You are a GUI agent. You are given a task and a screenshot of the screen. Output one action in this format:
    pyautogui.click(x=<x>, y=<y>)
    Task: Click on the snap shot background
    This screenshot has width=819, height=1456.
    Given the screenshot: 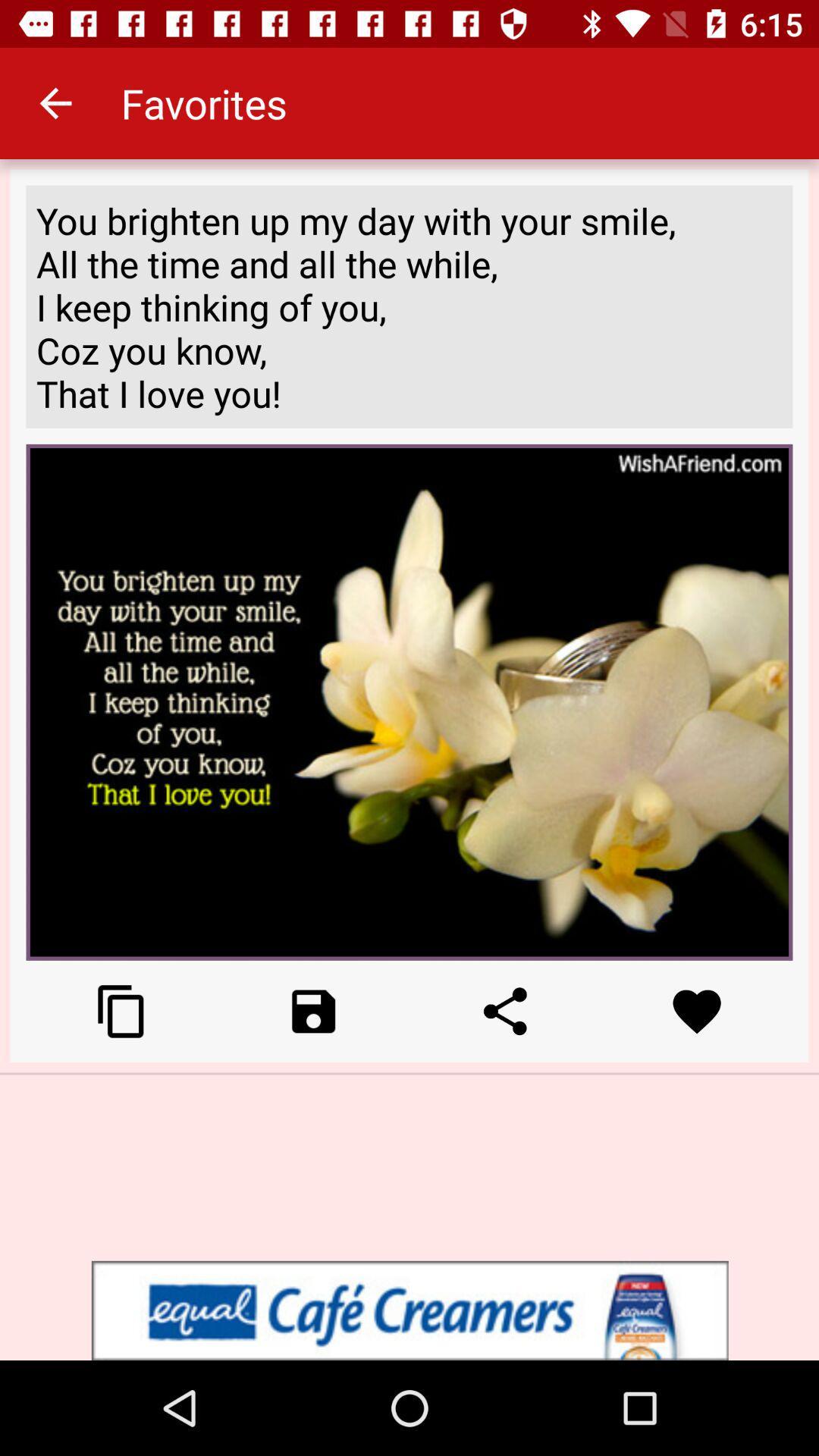 What is the action you would take?
    pyautogui.click(x=121, y=1011)
    